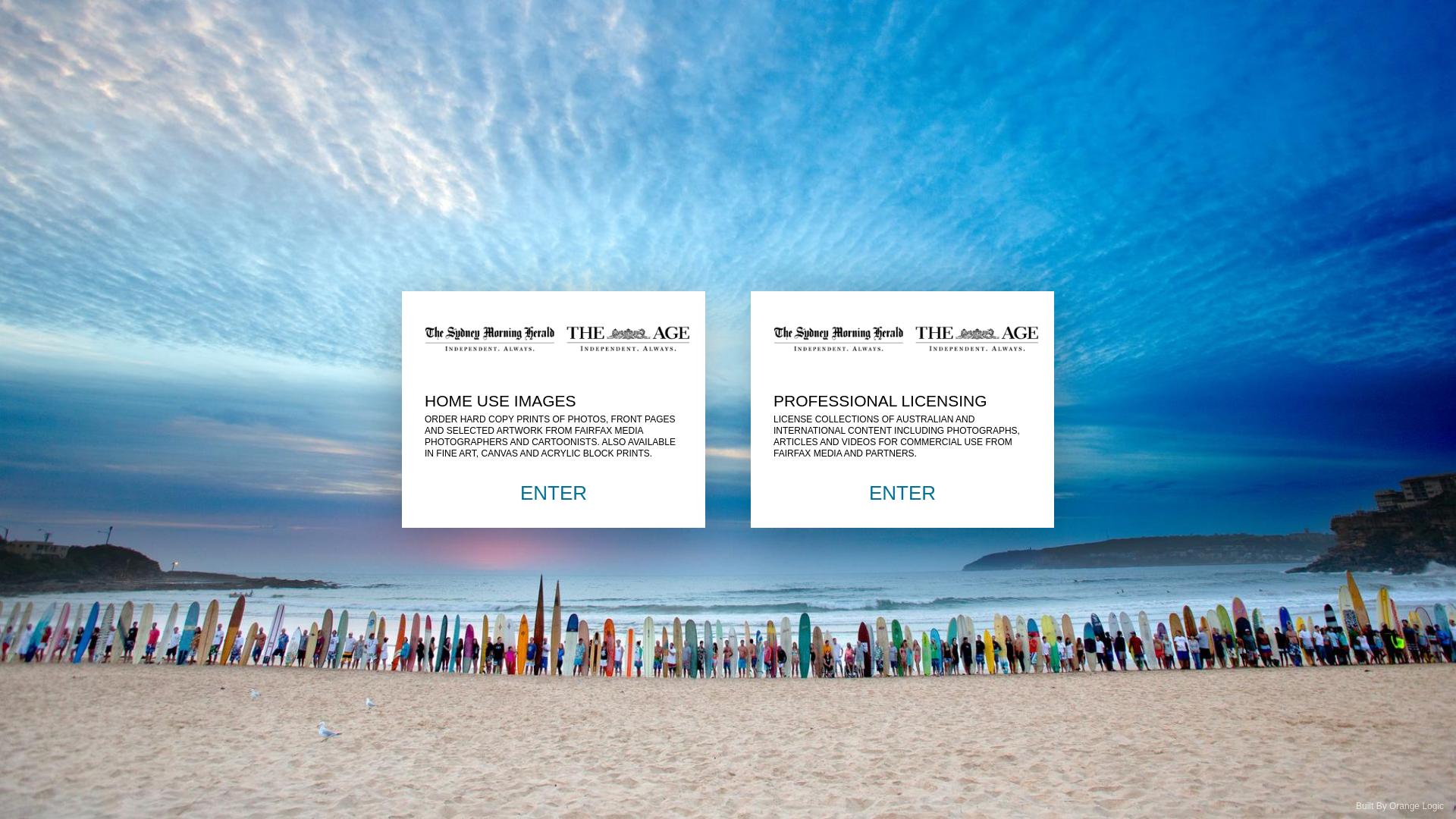  Describe the element at coordinates (553, 493) in the screenshot. I see `'ENTER'` at that location.